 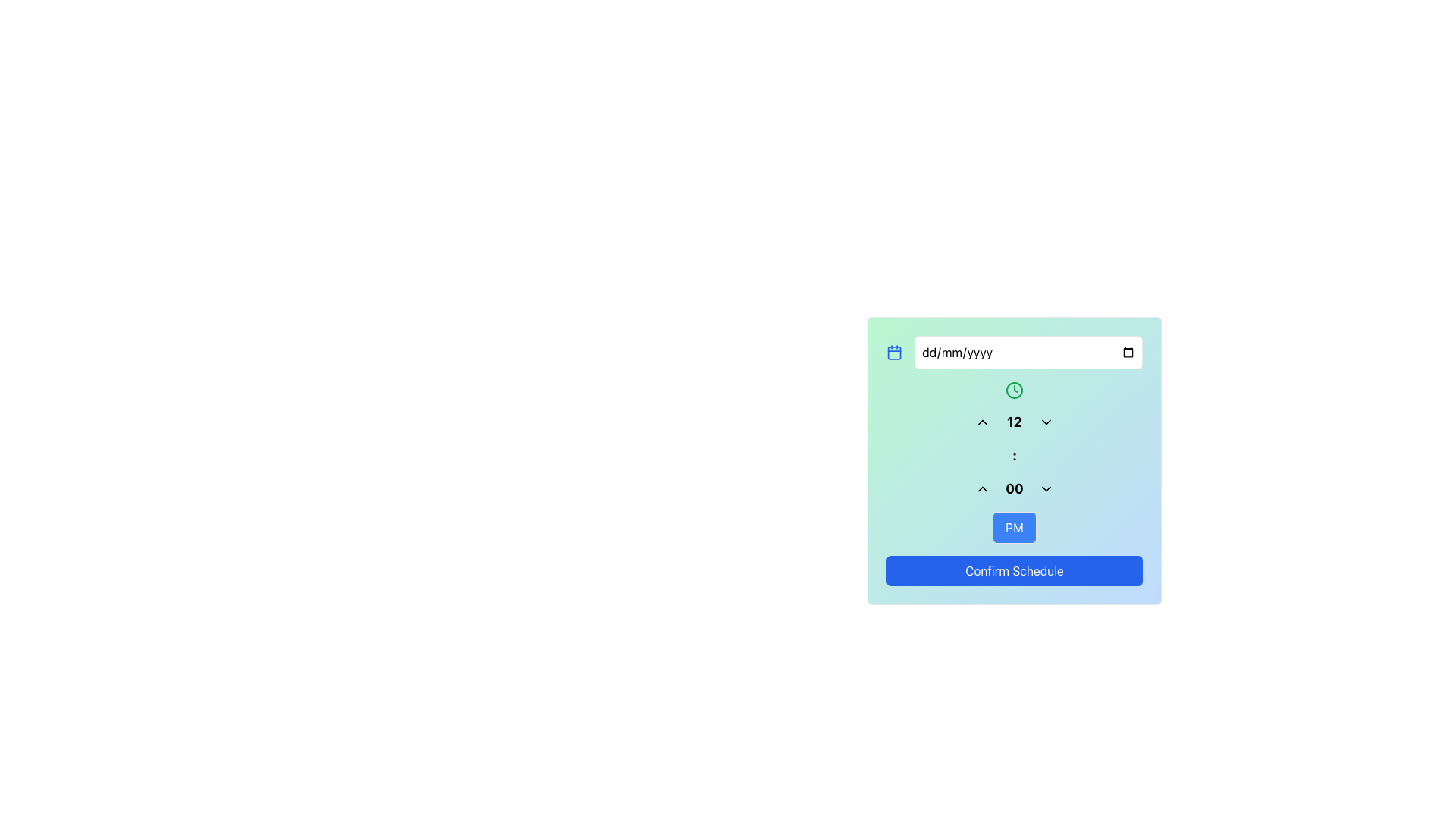 I want to click on the downward-facing chevron arrow icon on the far-right side of the interface, so click(x=1046, y=488).